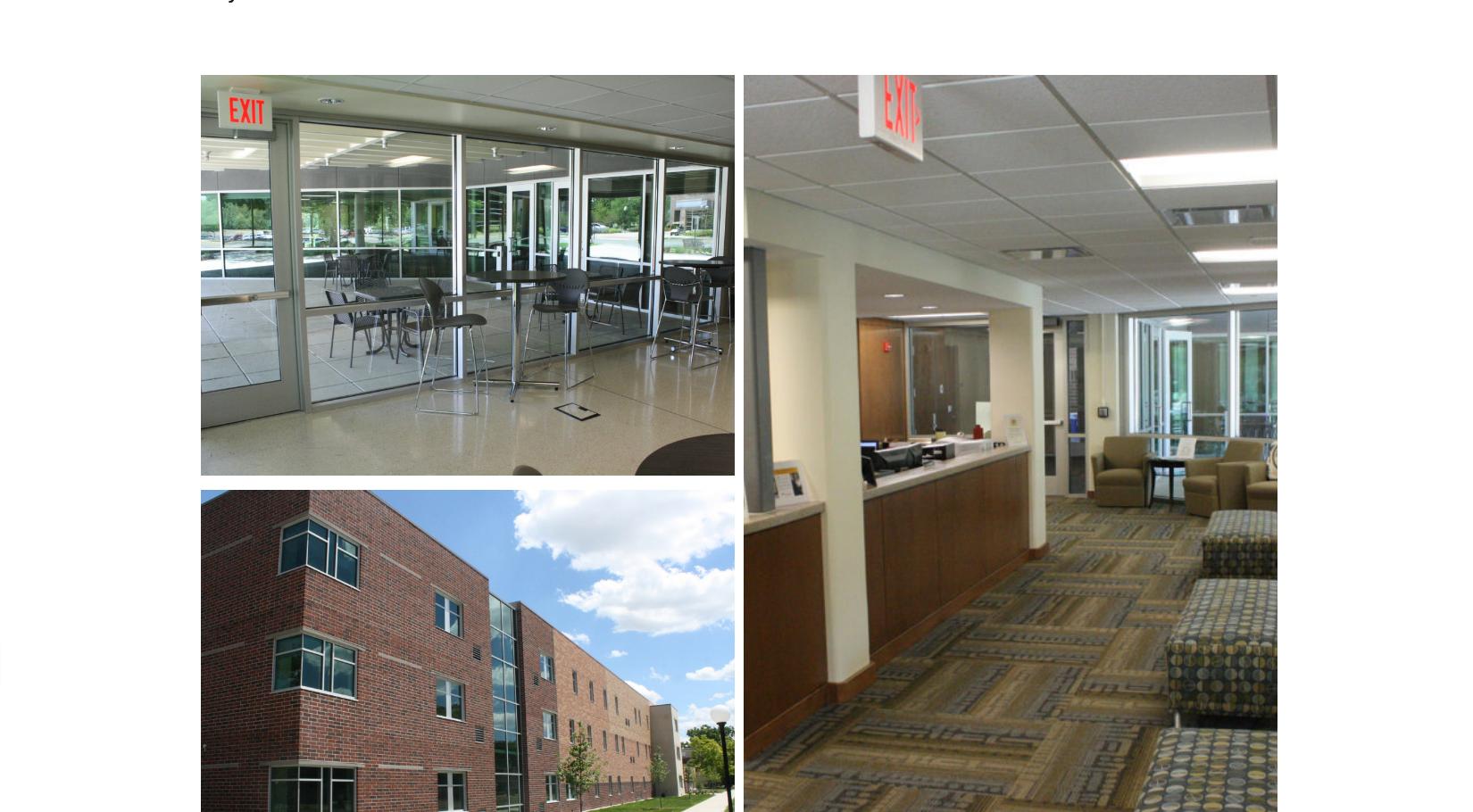  Describe the element at coordinates (470, 581) in the screenshot. I see `'Design'` at that location.